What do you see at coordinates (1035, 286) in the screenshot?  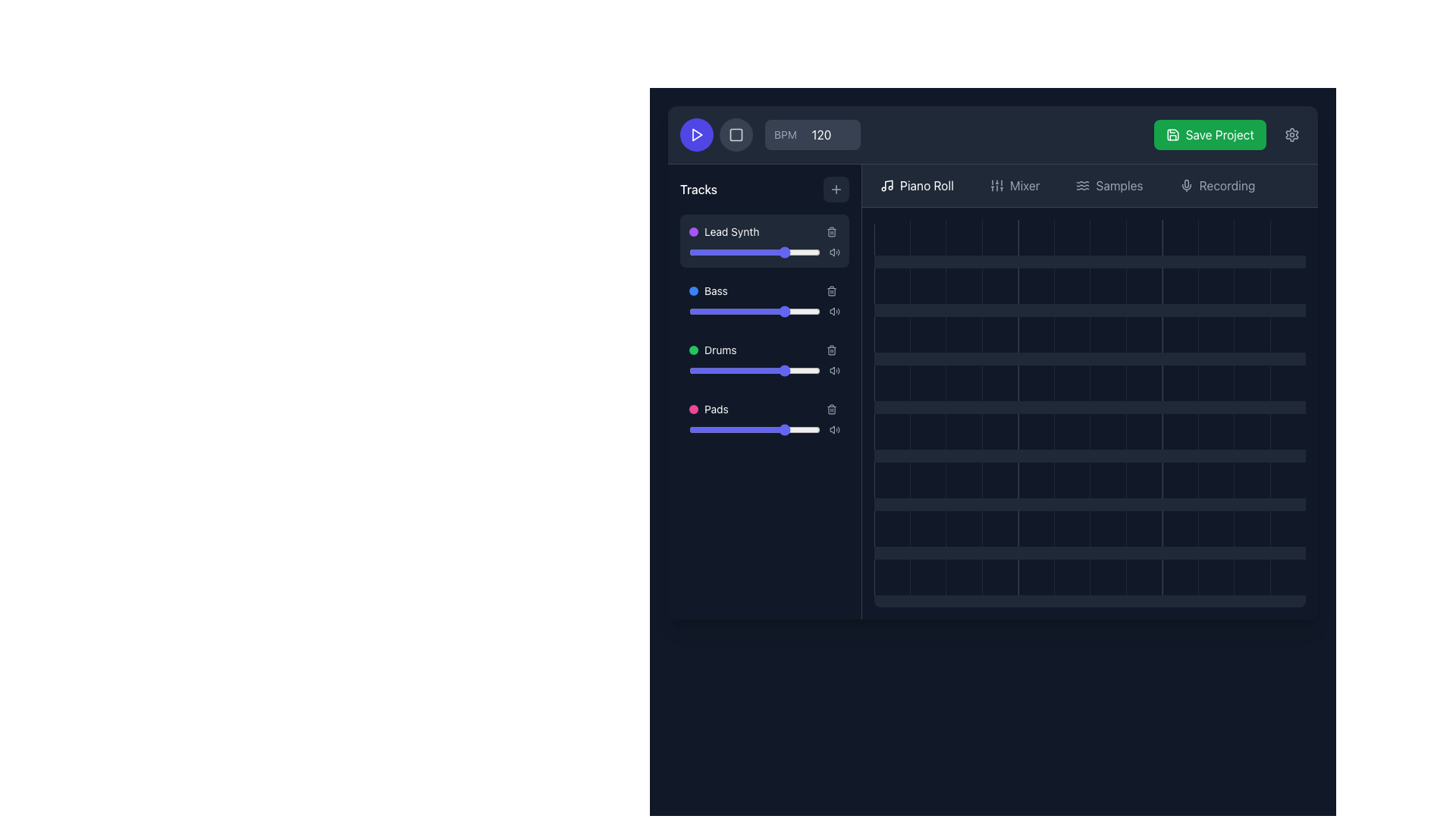 I see `the grid cell located in the second row and fifth column` at bounding box center [1035, 286].